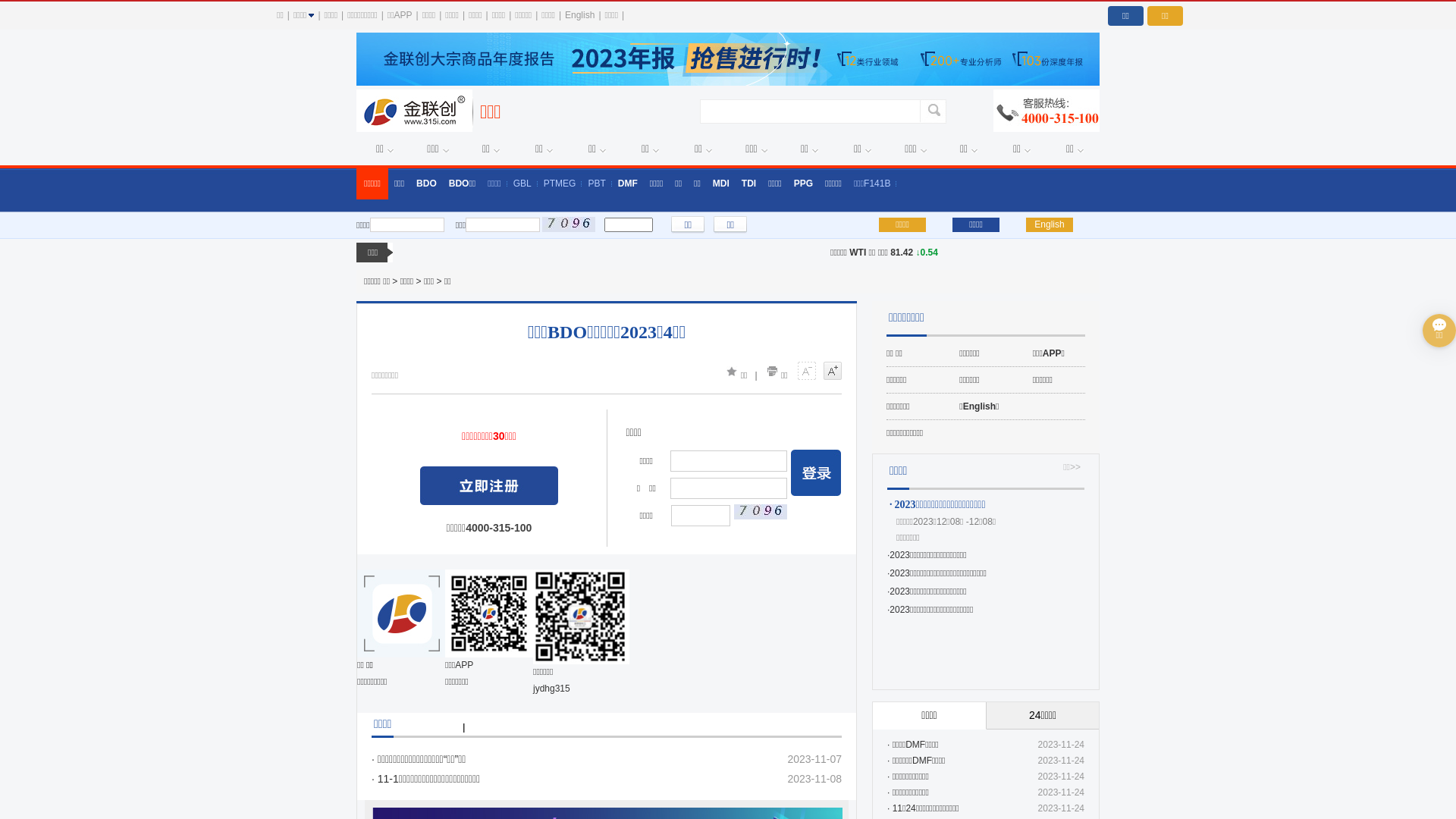  What do you see at coordinates (802, 183) in the screenshot?
I see `'PPG'` at bounding box center [802, 183].